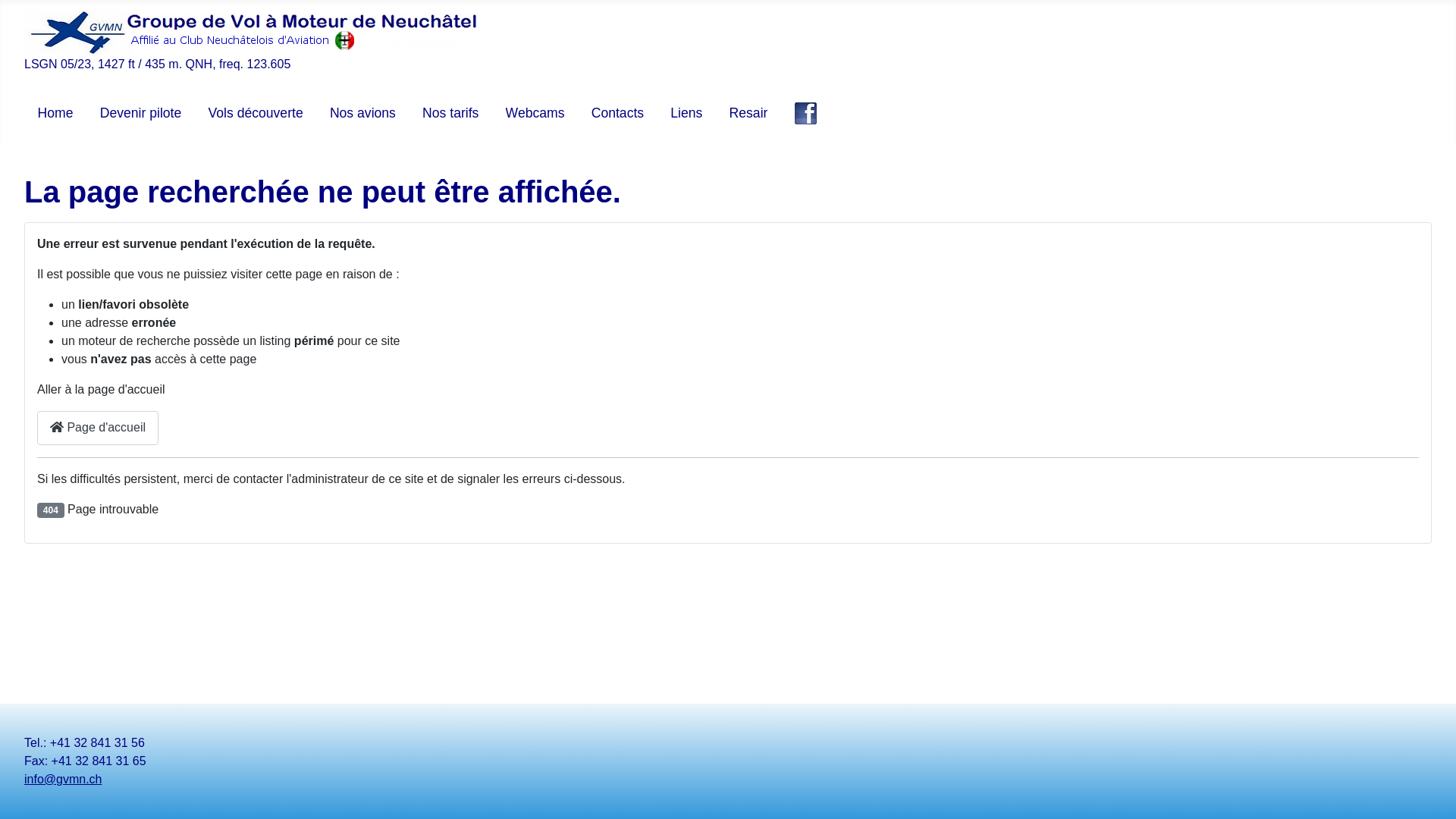 The image size is (1456, 819). I want to click on 'Devenir pilote', so click(141, 112).